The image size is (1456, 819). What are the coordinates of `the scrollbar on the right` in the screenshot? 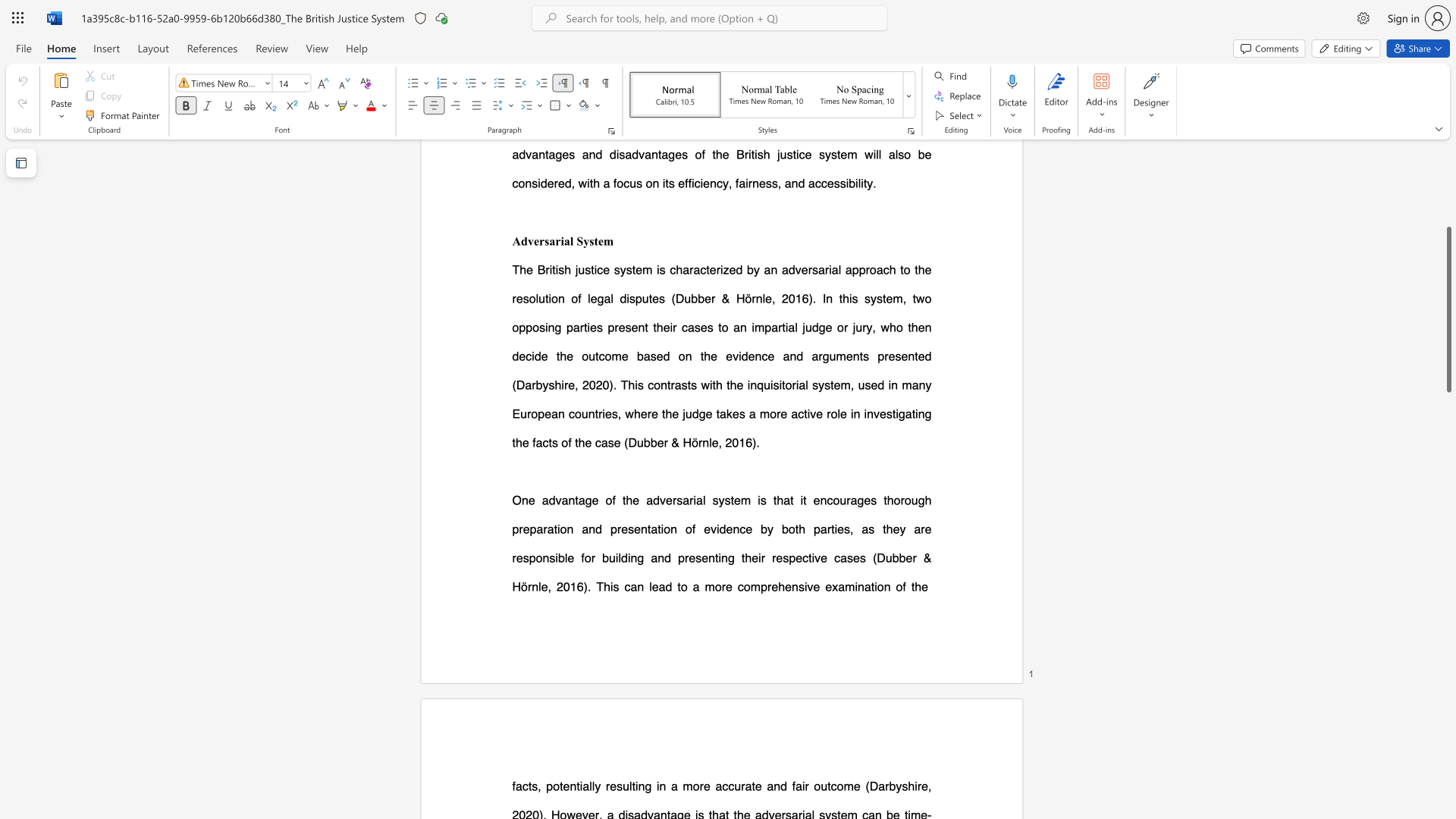 It's located at (1448, 227).